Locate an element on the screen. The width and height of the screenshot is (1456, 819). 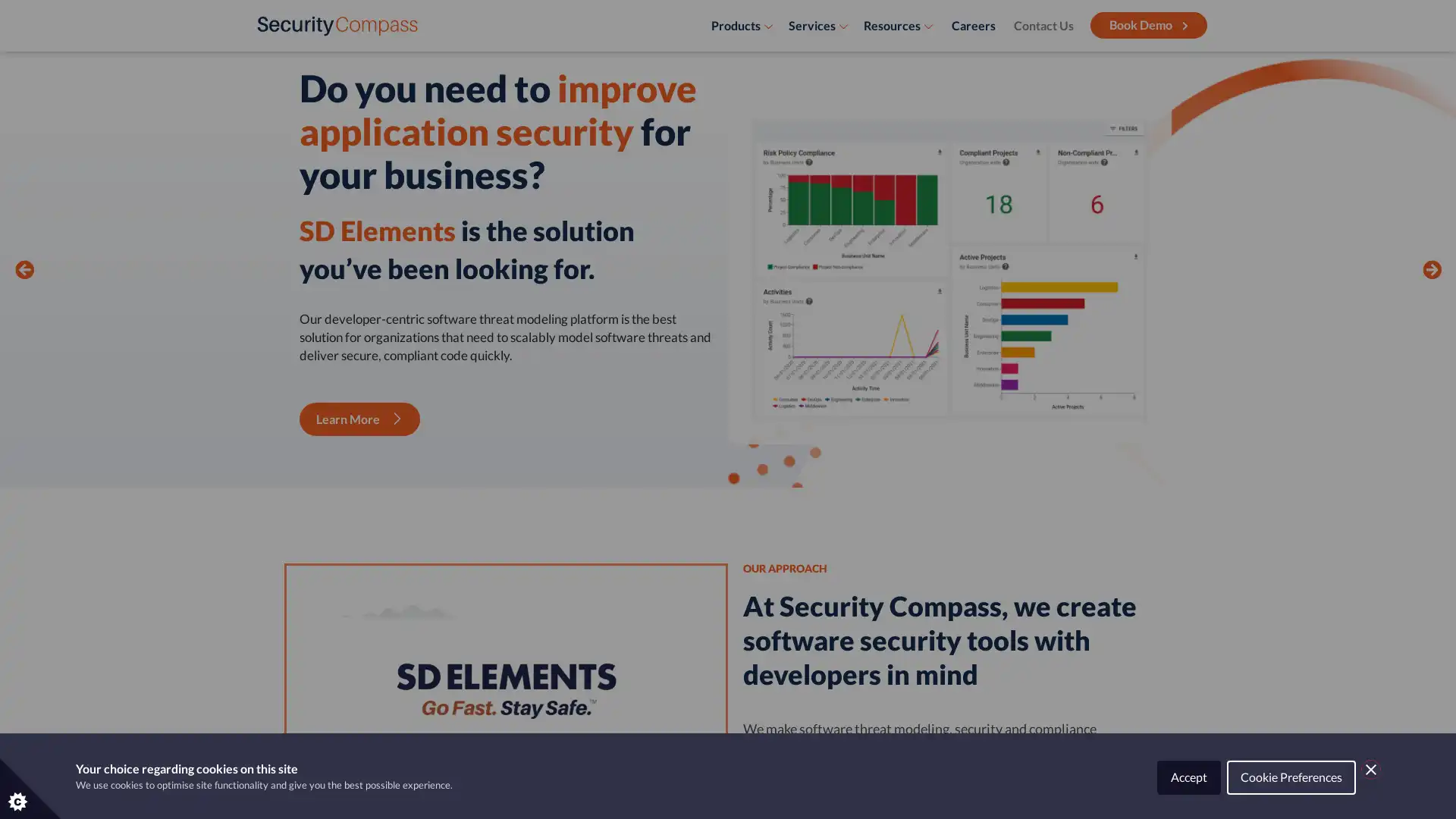
Learn More is located at coordinates (359, 419).